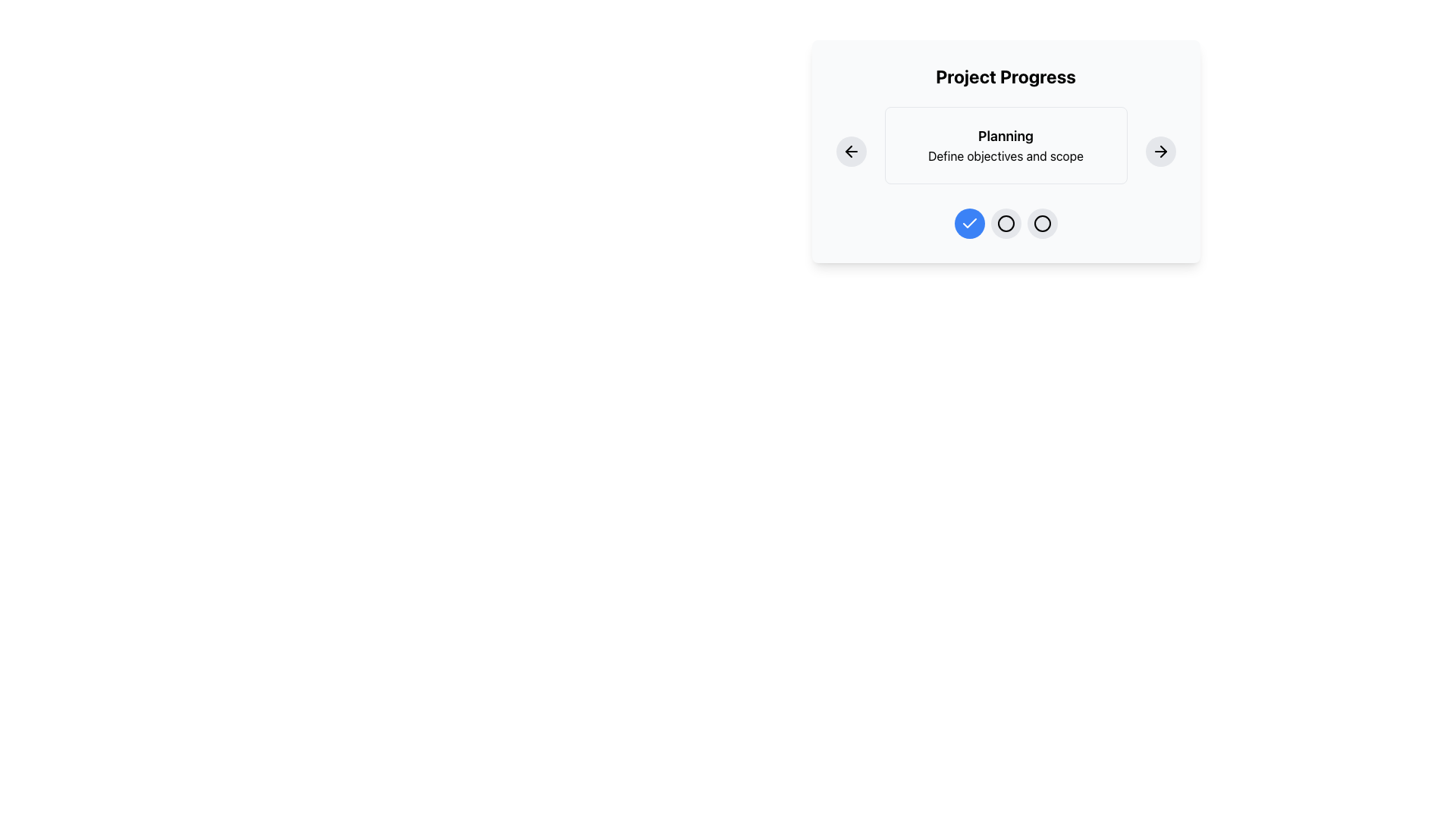  I want to click on the leftmost circular button in the button group below the 'Project Progress' card to indicate selection, so click(968, 223).